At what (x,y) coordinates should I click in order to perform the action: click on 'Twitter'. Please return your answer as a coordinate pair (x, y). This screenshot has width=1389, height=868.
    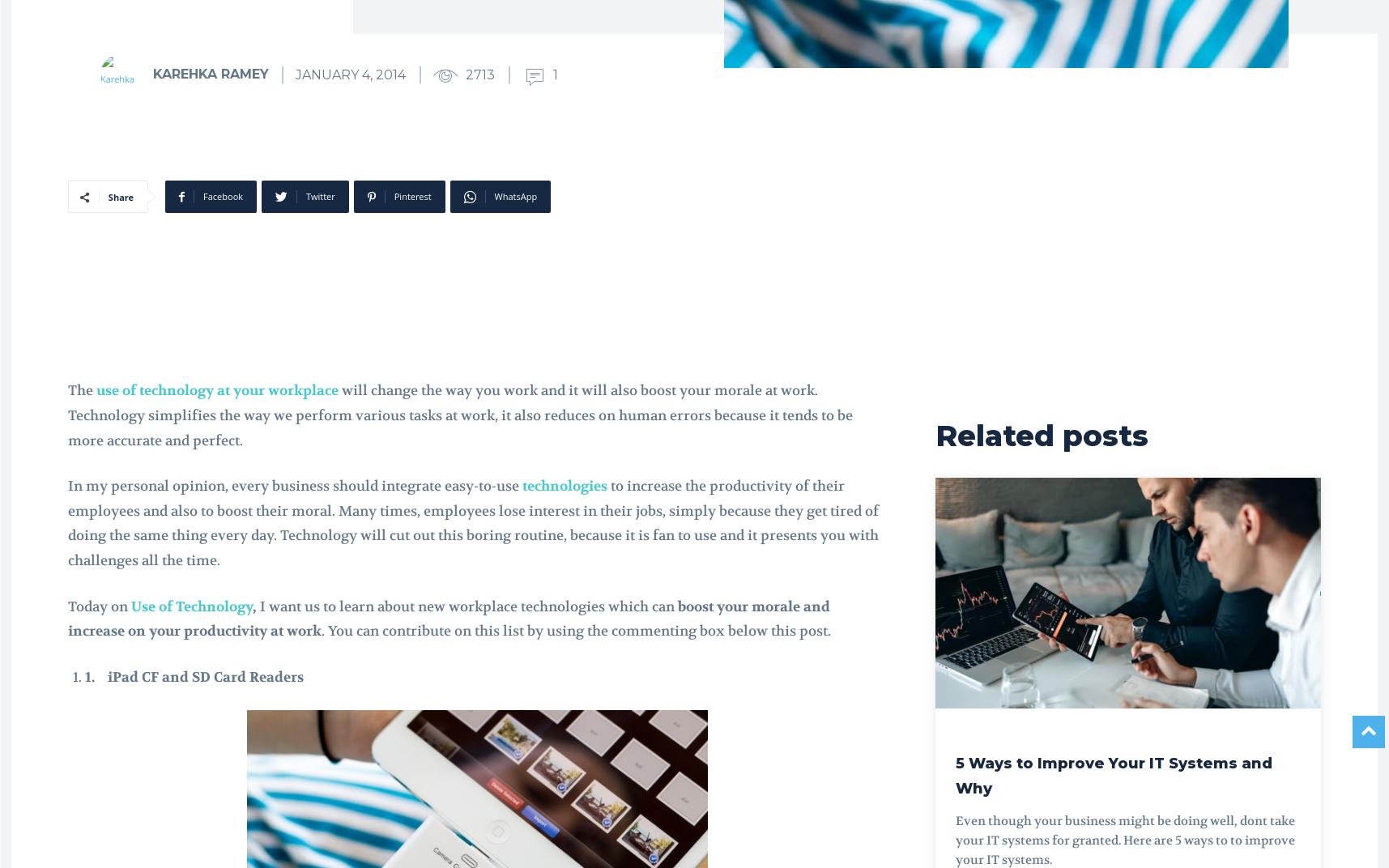
    Looking at the image, I should click on (305, 196).